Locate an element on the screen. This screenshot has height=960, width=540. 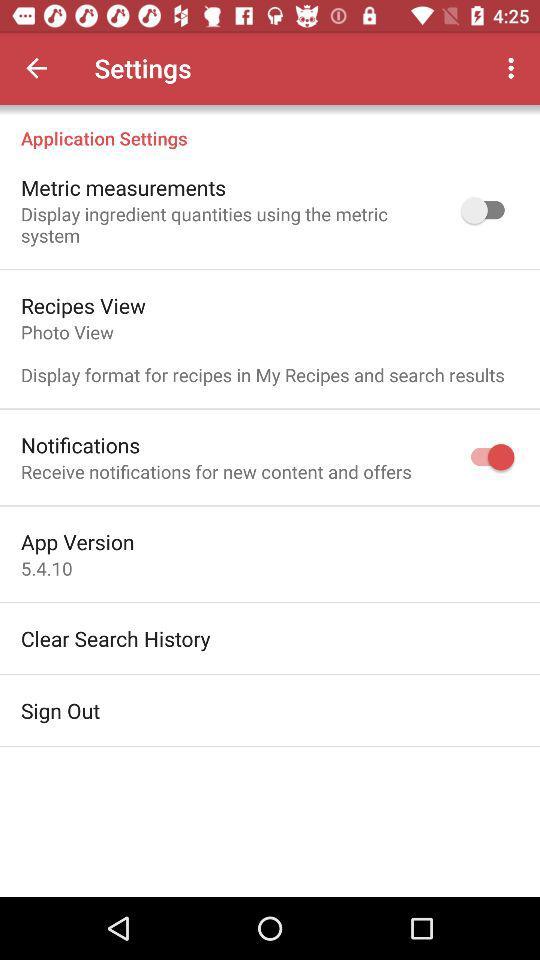
icon above notifications is located at coordinates (262, 353).